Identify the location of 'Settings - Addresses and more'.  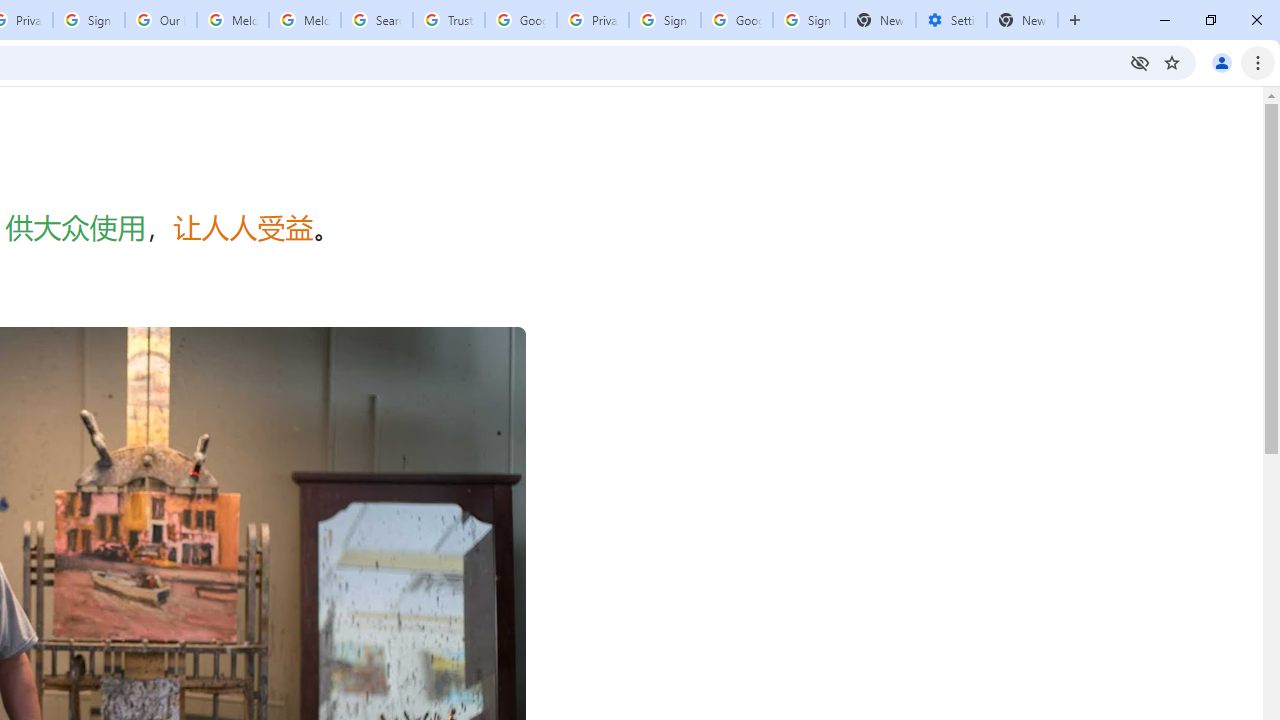
(950, 20).